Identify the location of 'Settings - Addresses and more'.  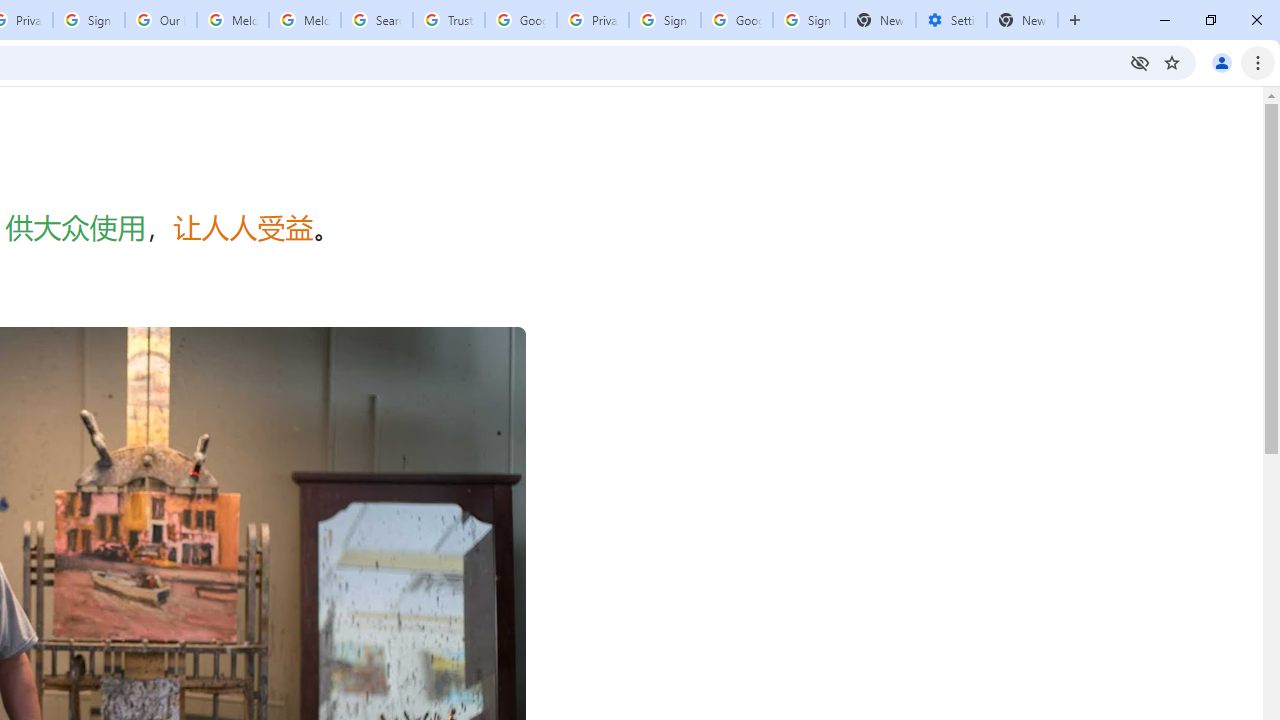
(950, 20).